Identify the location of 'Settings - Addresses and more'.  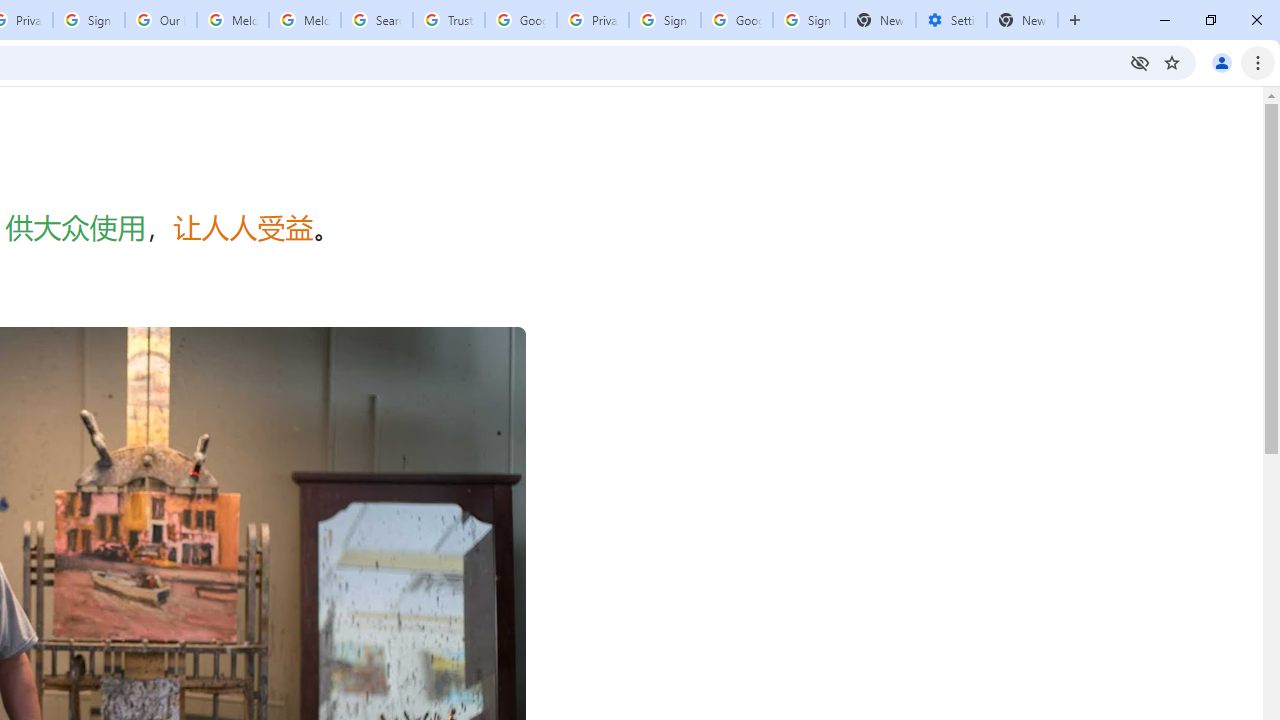
(950, 20).